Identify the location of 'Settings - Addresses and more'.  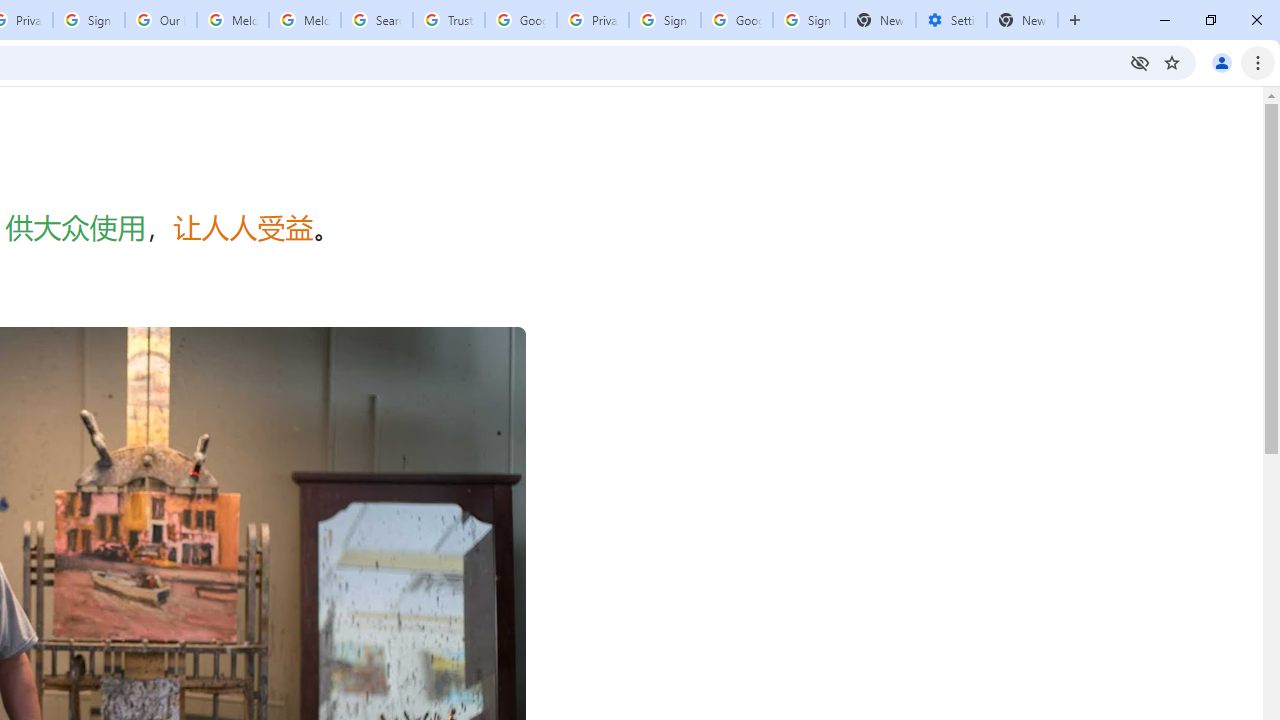
(950, 20).